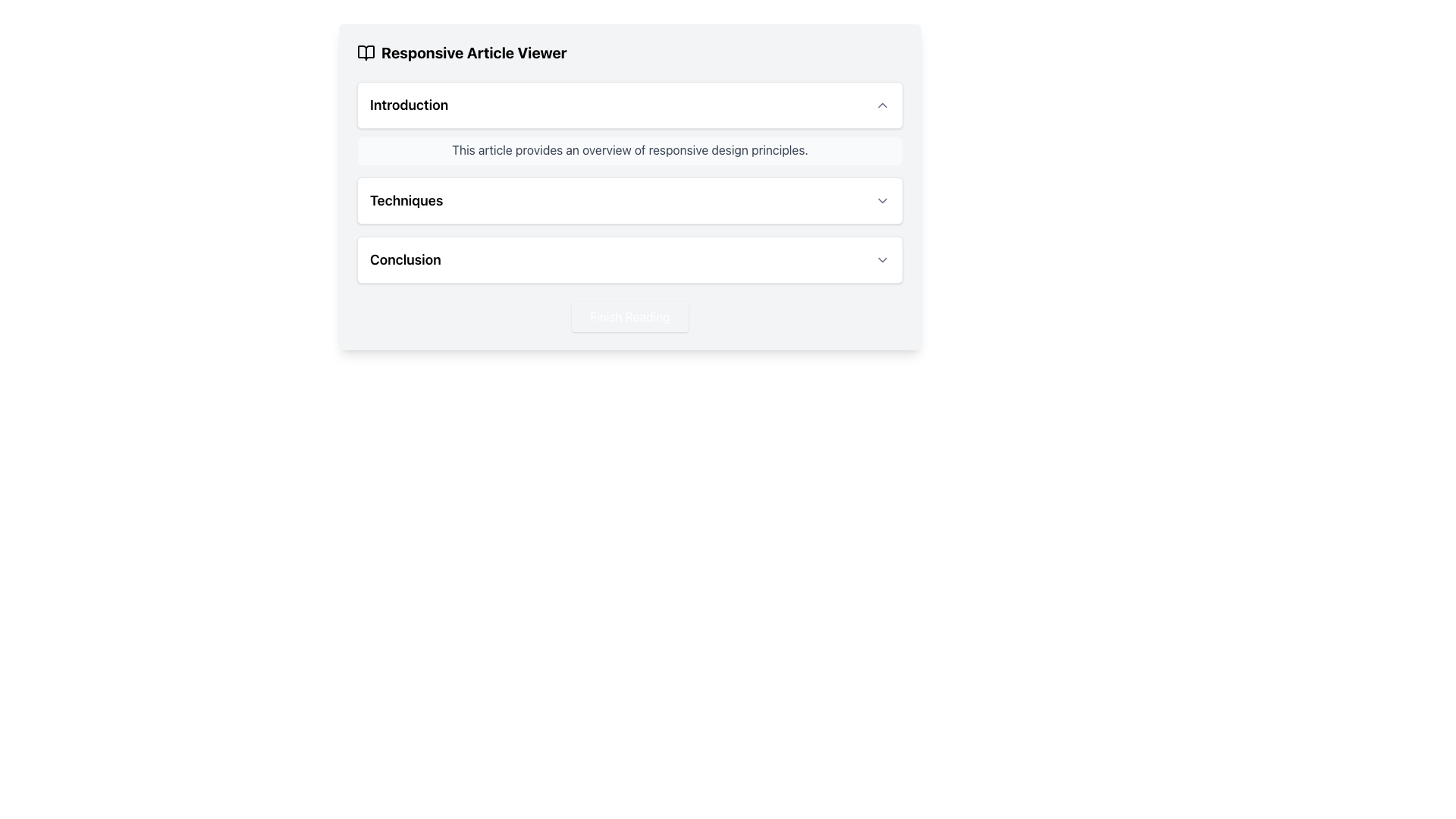  Describe the element at coordinates (406, 200) in the screenshot. I see `text from the header labeled 'Techniques' in the second section of the collapsible menu group, located on the left side, adjacent to the right-aligned chevron icon` at that location.